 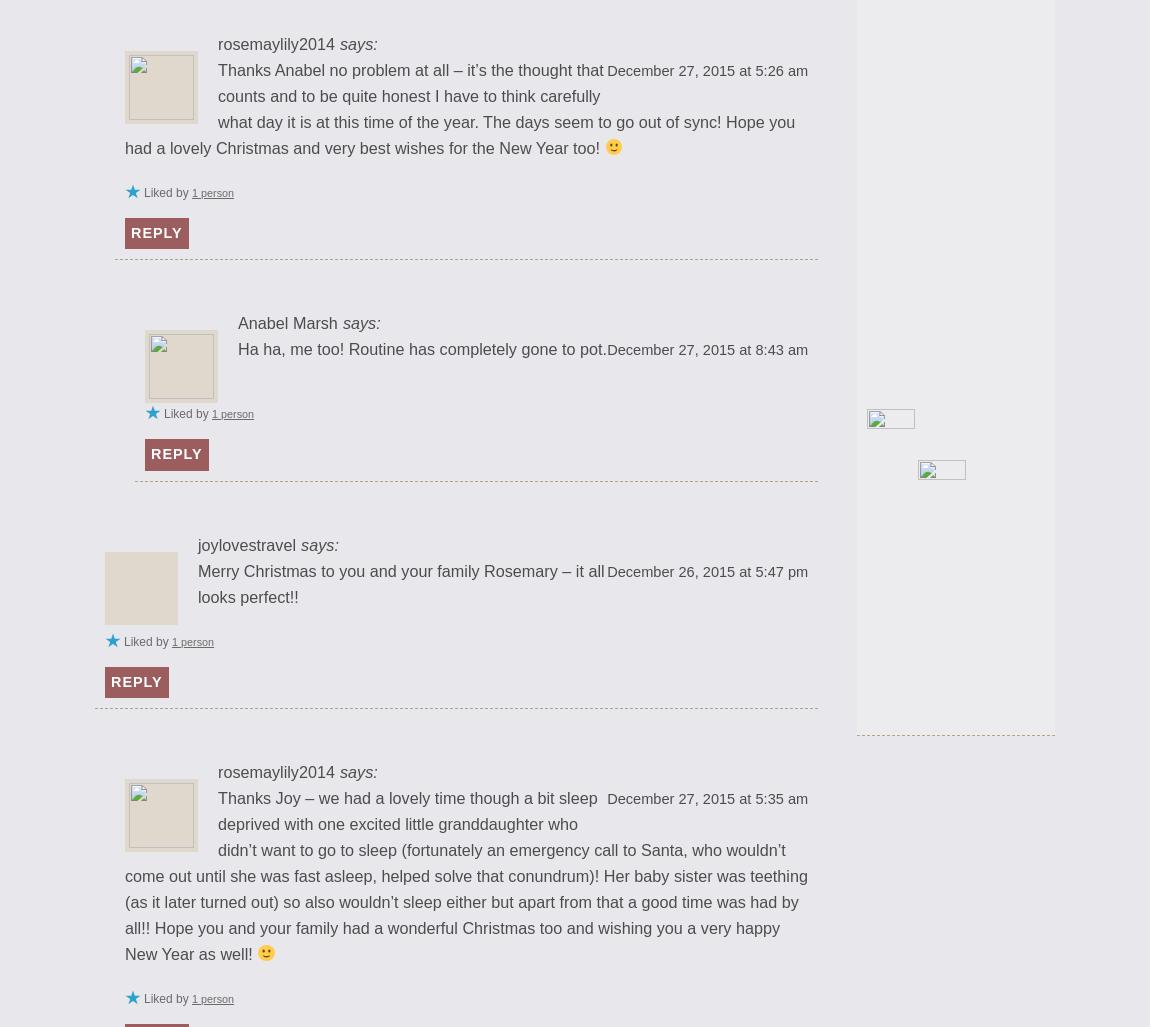 What do you see at coordinates (401, 583) in the screenshot?
I see `'Merry Christmas to you and your family Rosemary – it all looks perfect!!'` at bounding box center [401, 583].